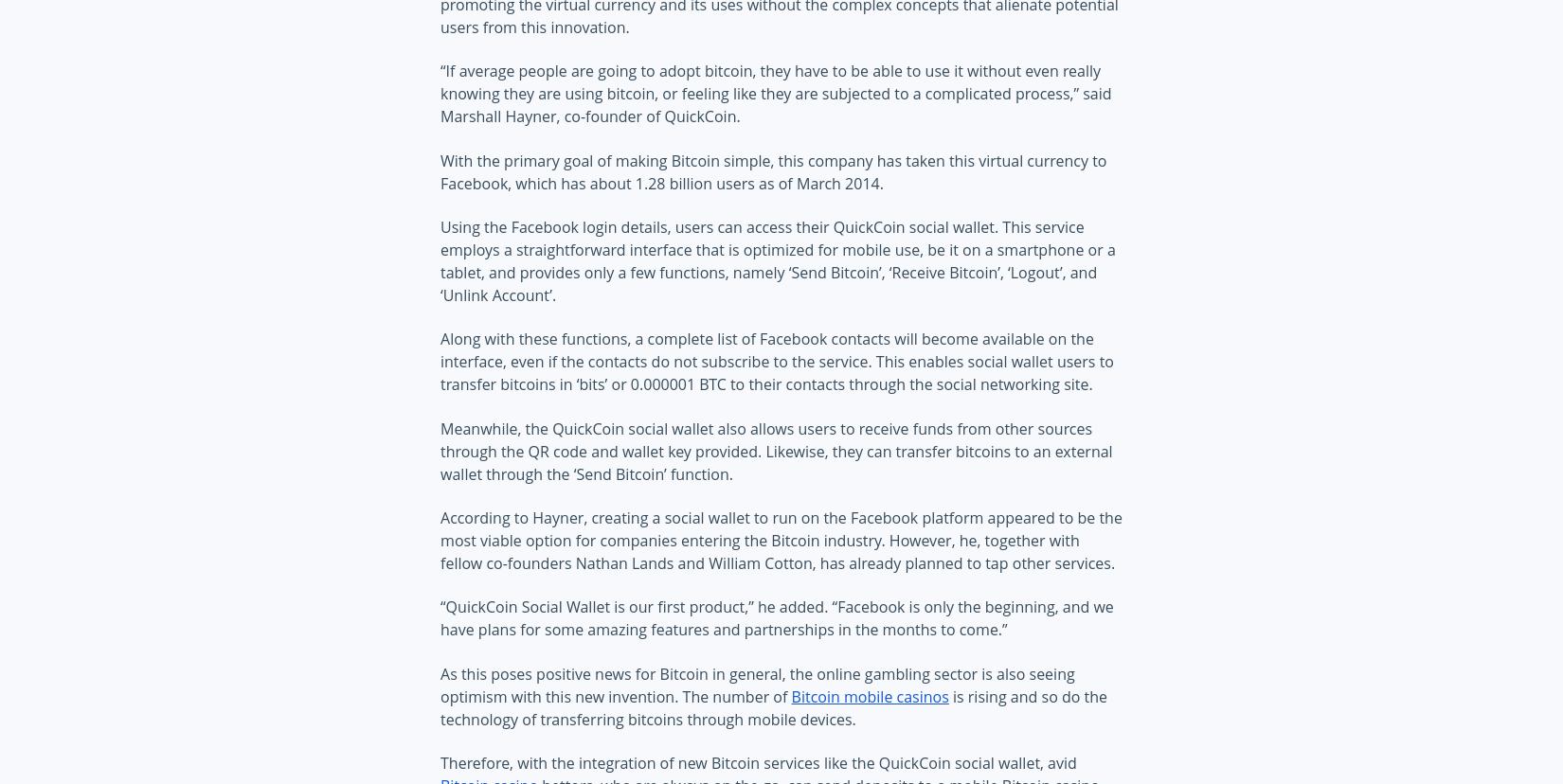 The height and width of the screenshot is (784, 1563). I want to click on 'Bitcoin mobile casinos', so click(870, 695).